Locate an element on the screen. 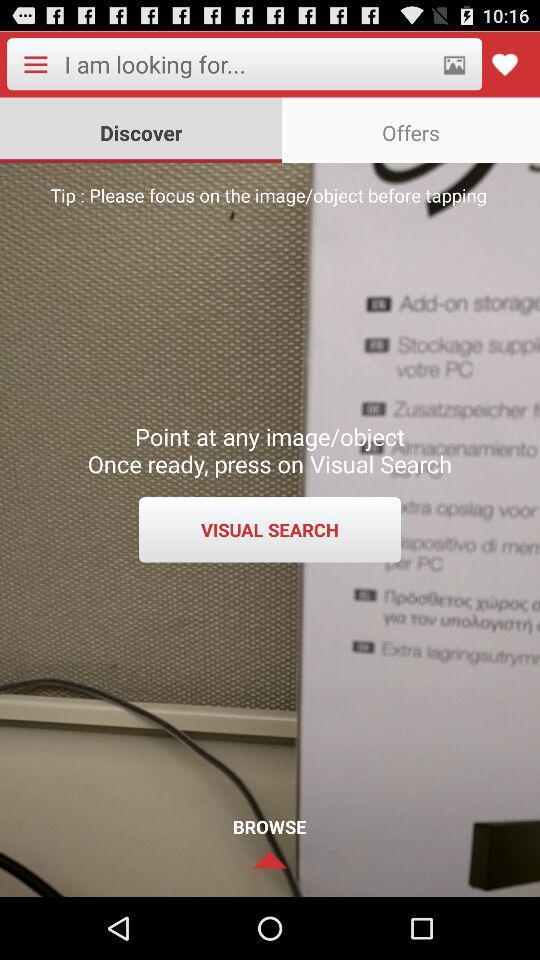  open photo gallery is located at coordinates (454, 64).